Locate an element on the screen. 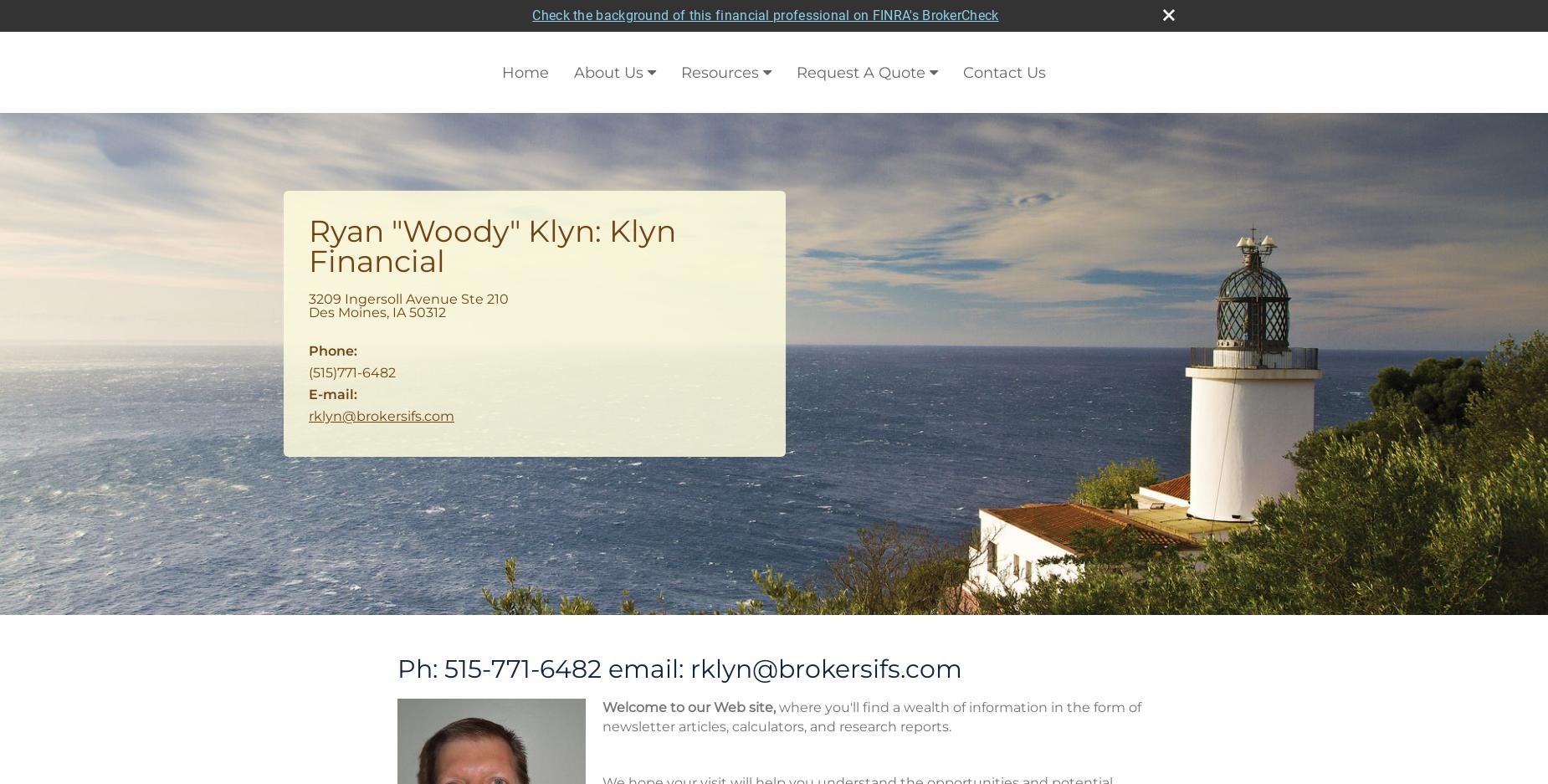 This screenshot has width=1548, height=784. 'More Calculators' is located at coordinates (368, 750).